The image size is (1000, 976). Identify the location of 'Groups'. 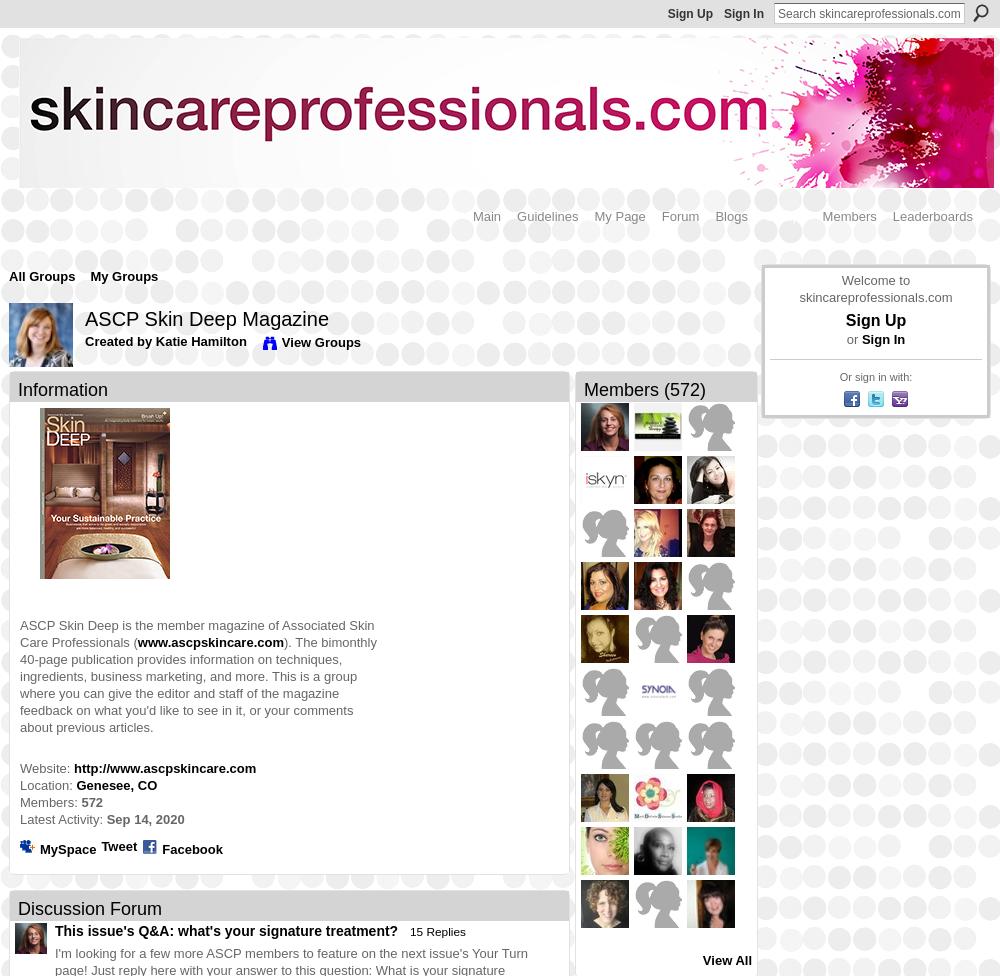
(784, 214).